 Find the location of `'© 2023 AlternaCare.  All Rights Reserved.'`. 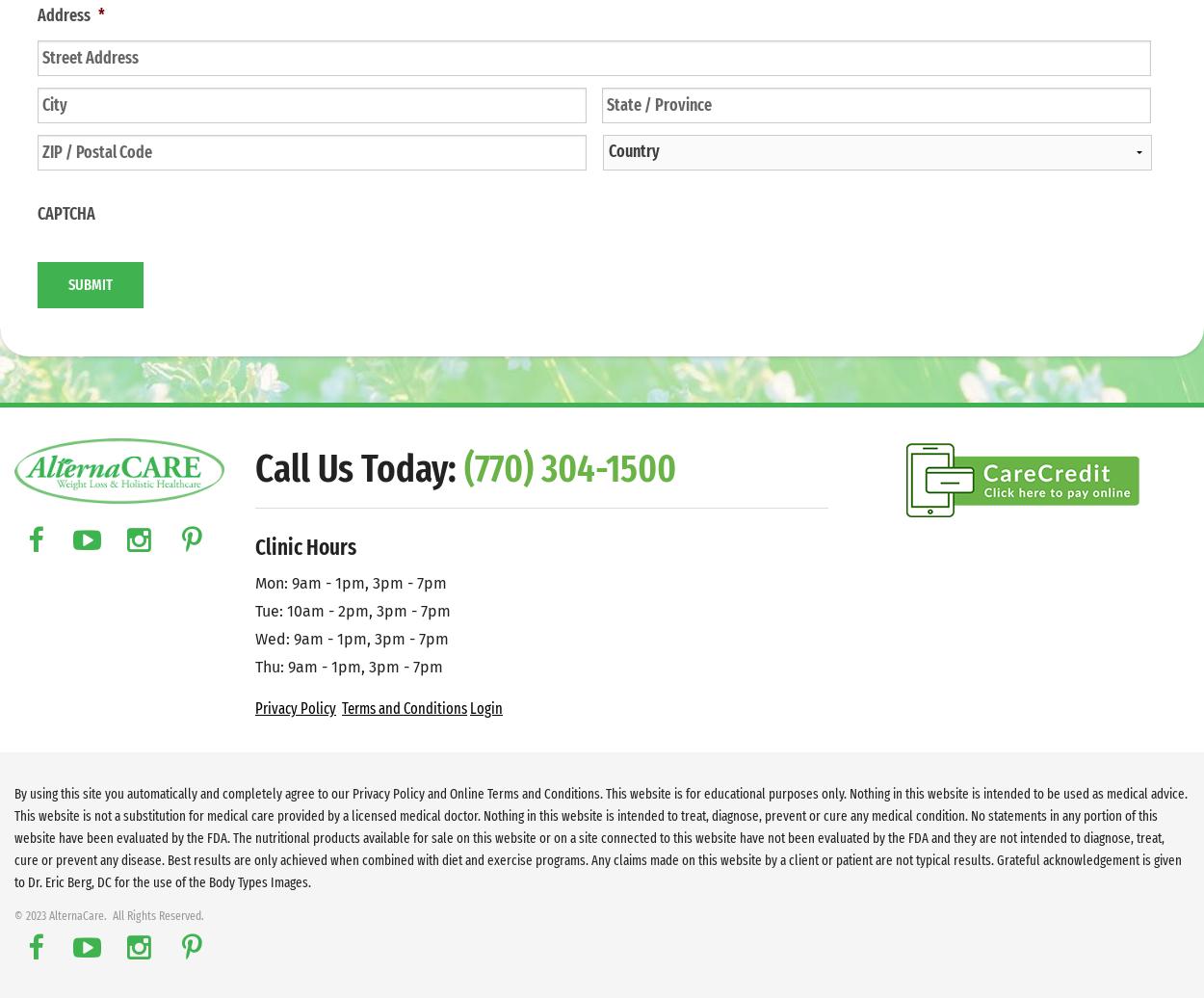

'© 2023 AlternaCare.  All Rights Reserved.' is located at coordinates (108, 915).